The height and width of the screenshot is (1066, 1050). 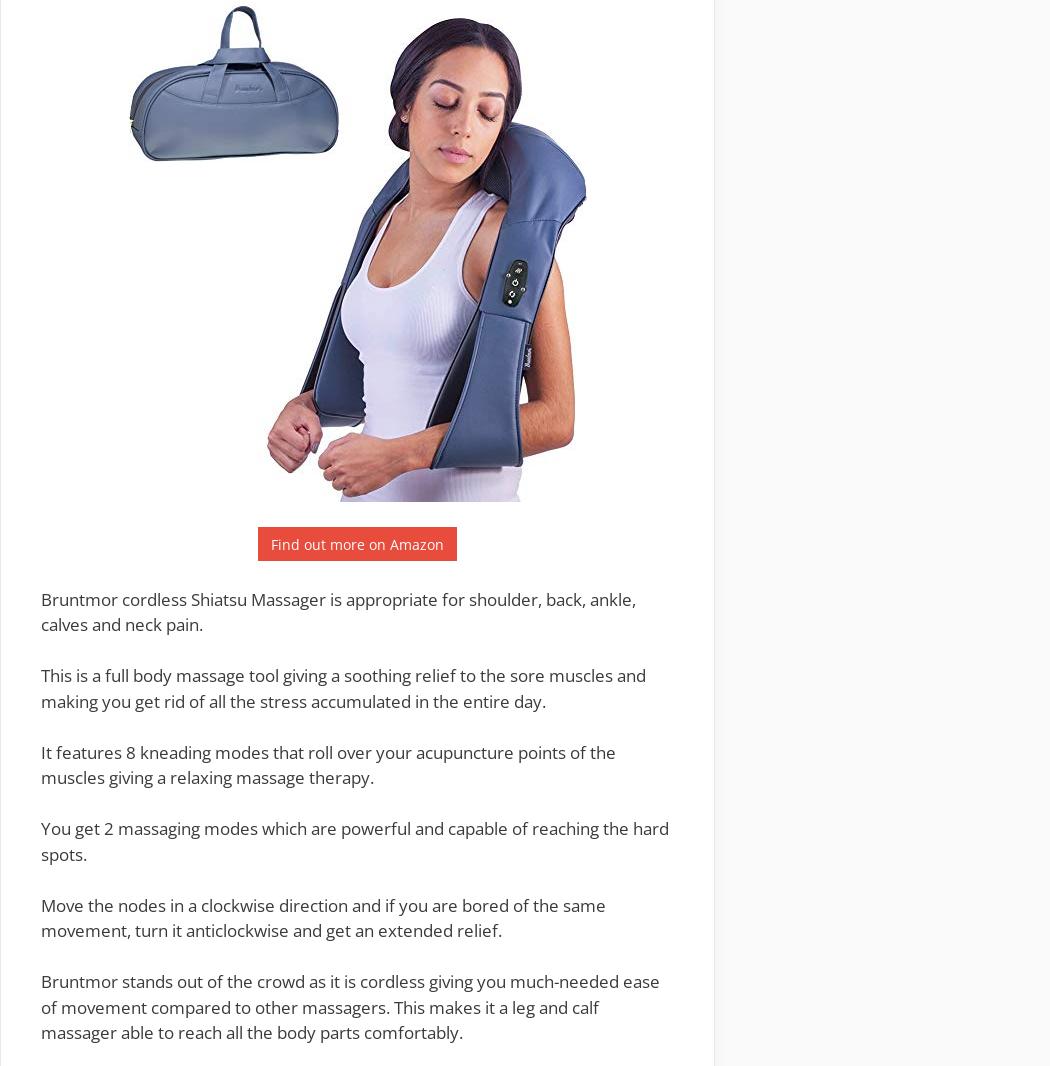 I want to click on '8 kneading modes', so click(x=125, y=750).